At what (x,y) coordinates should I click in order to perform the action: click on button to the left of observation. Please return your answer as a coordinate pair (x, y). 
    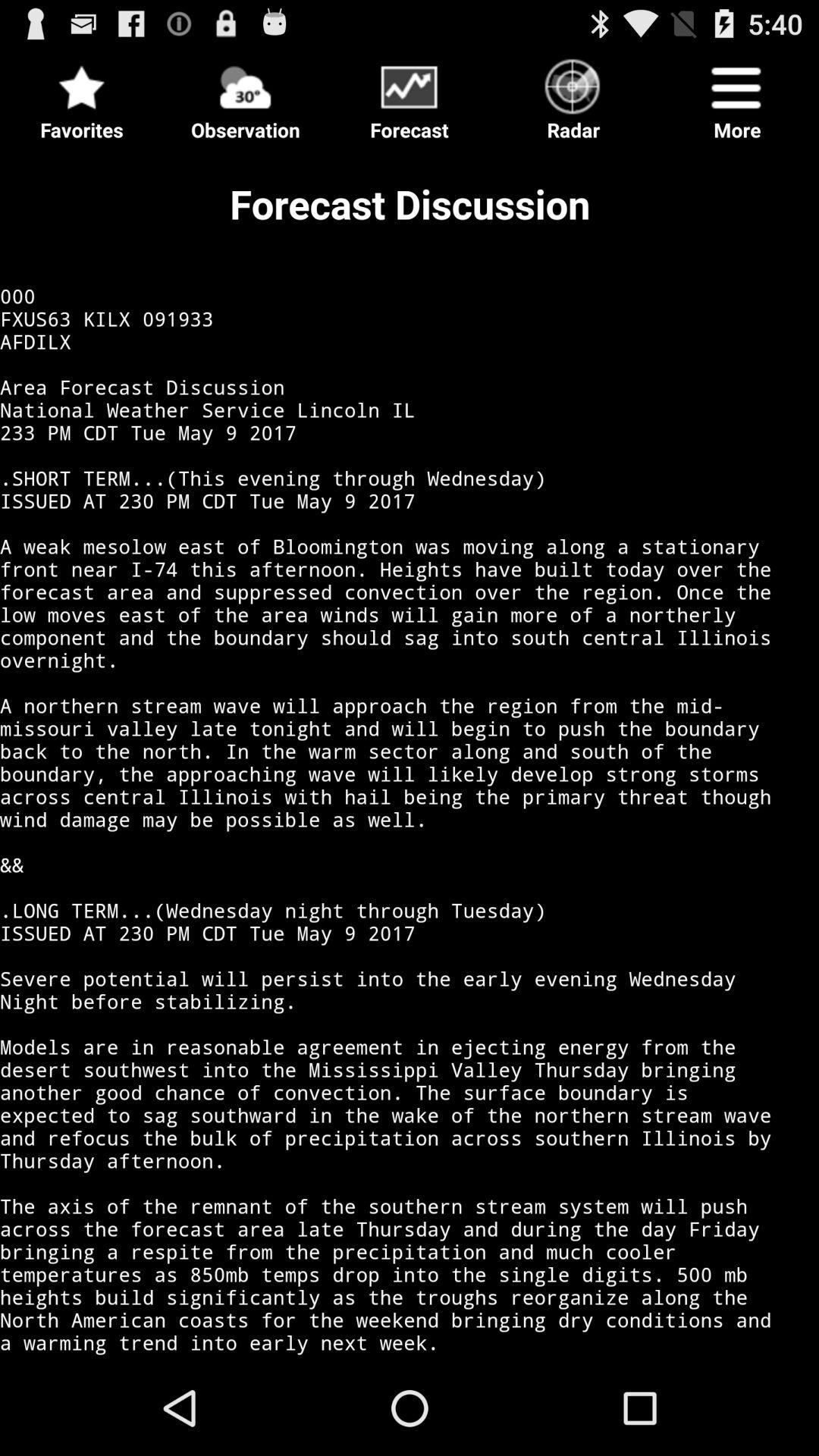
    Looking at the image, I should click on (82, 94).